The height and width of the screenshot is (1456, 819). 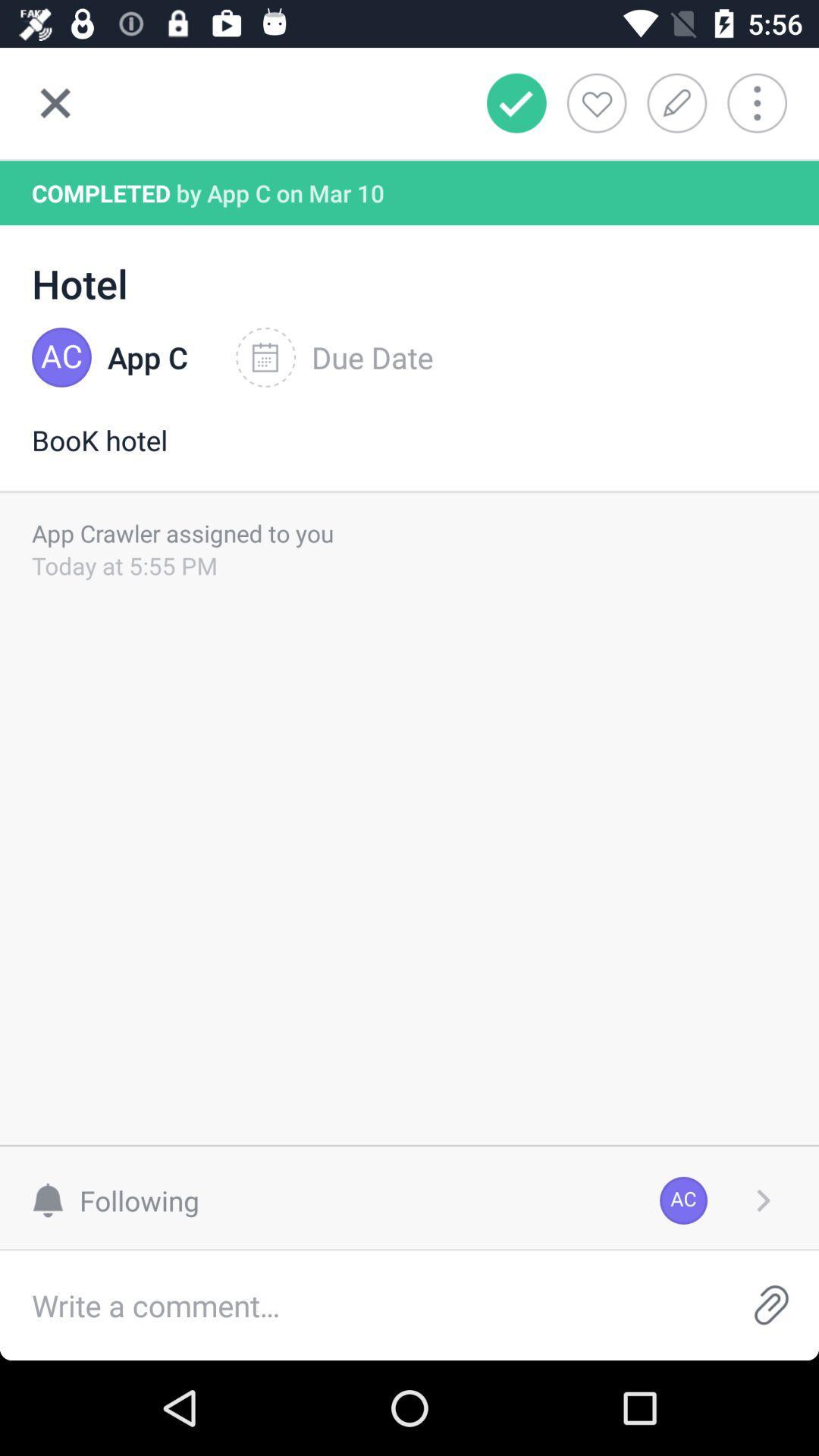 What do you see at coordinates (595, 102) in the screenshot?
I see `the favourites icon` at bounding box center [595, 102].